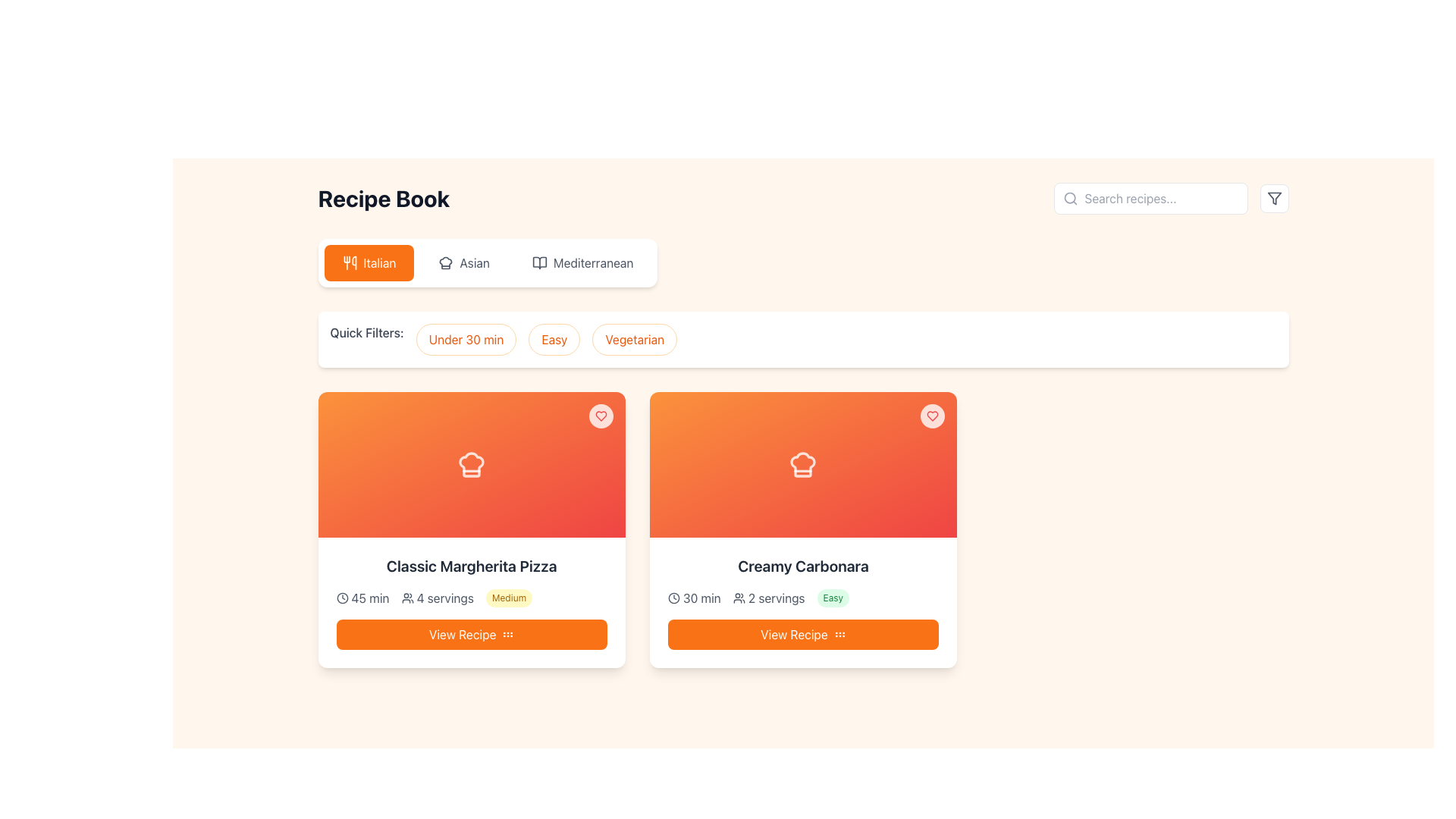 This screenshot has width=1456, height=819. I want to click on the text indicating '4 servings' beneath the 'Classic Margherita Pizza' card in the recipe details section, so click(437, 598).